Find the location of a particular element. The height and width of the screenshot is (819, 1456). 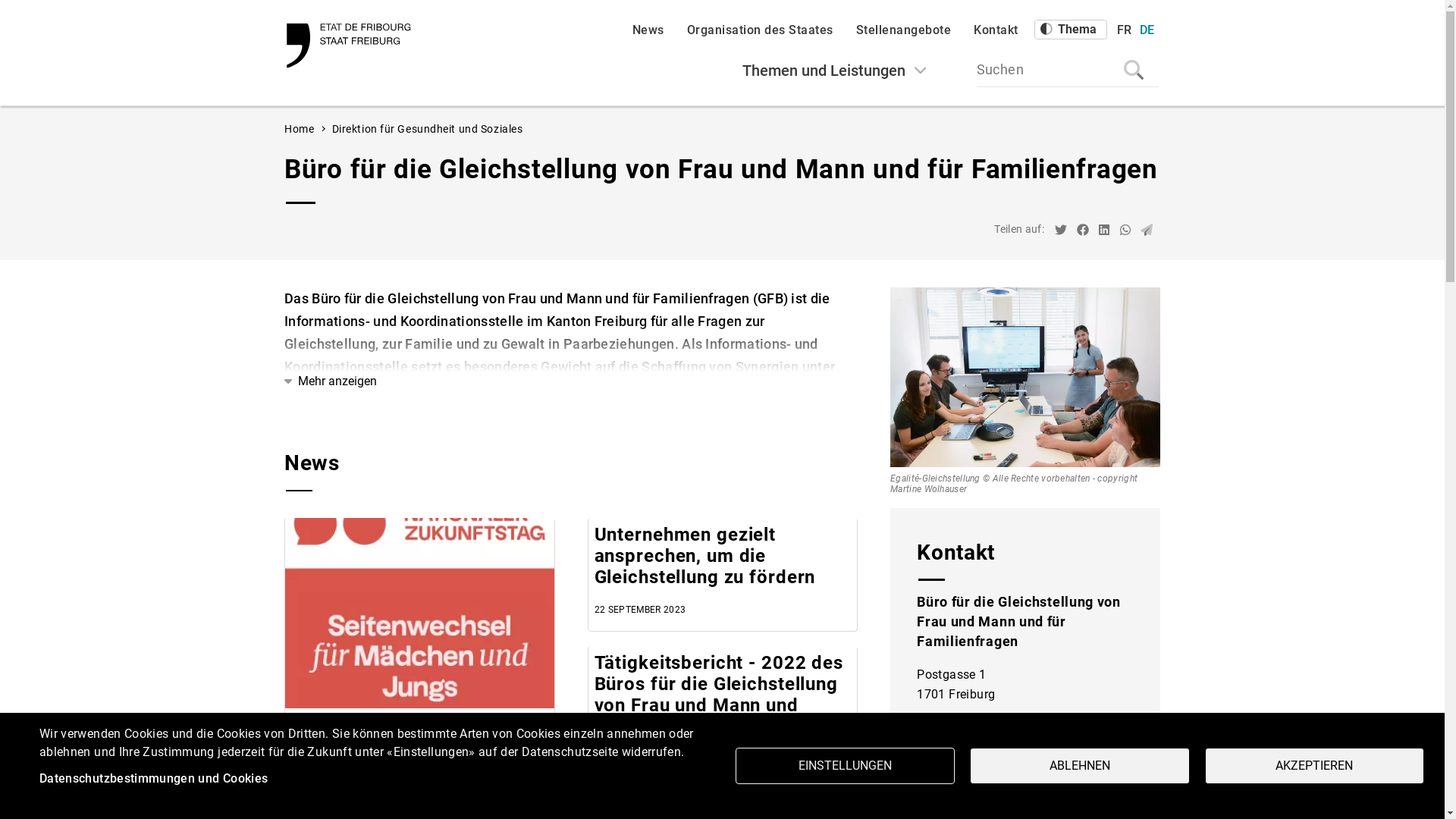

'Teilen auf Linkedin' is located at coordinates (1099, 231).